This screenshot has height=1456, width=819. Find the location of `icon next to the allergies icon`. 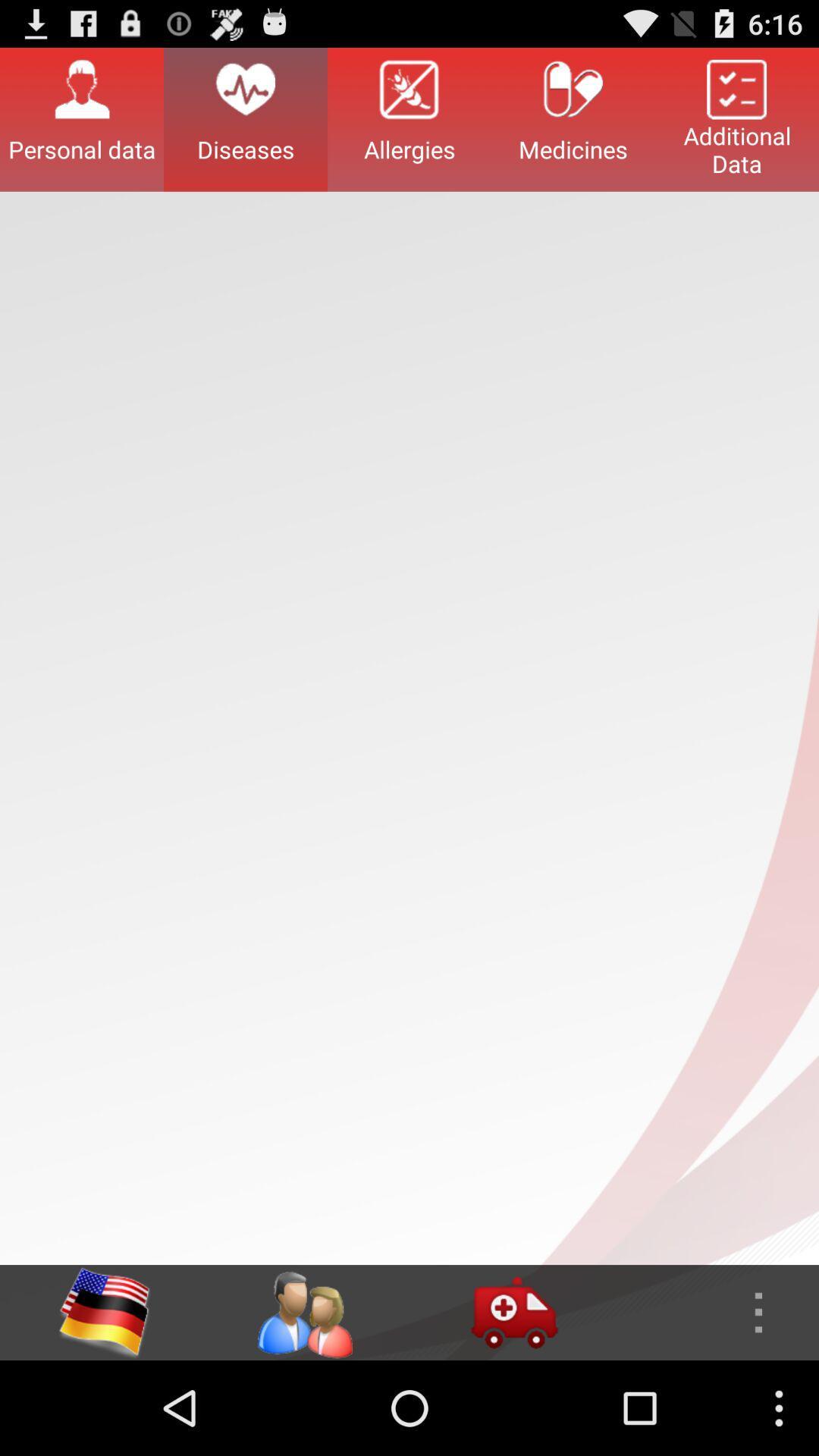

icon next to the allergies icon is located at coordinates (245, 118).